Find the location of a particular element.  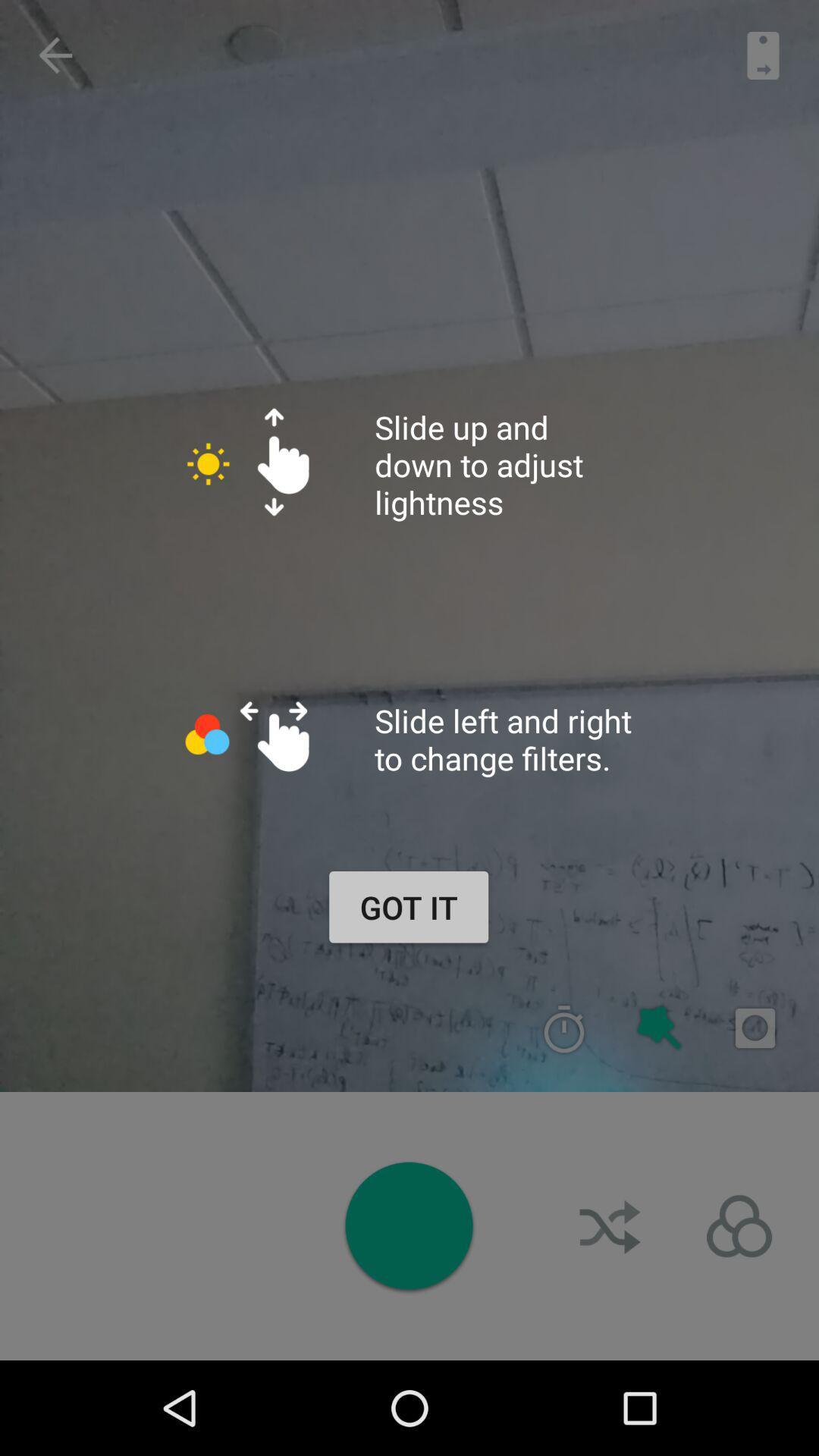

setting is located at coordinates (739, 1226).